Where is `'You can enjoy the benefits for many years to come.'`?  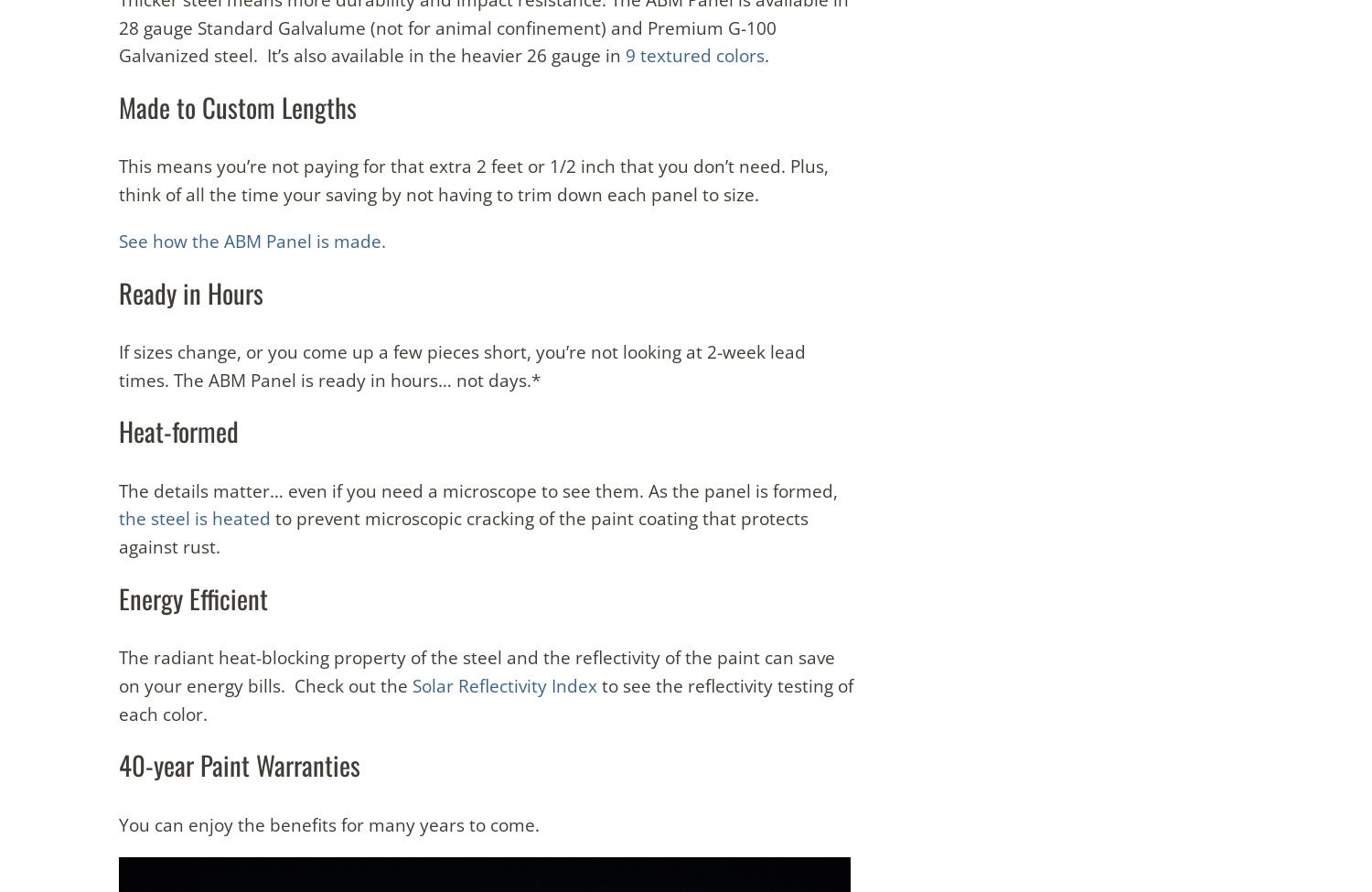
'You can enjoy the benefits for many years to come.' is located at coordinates (119, 822).